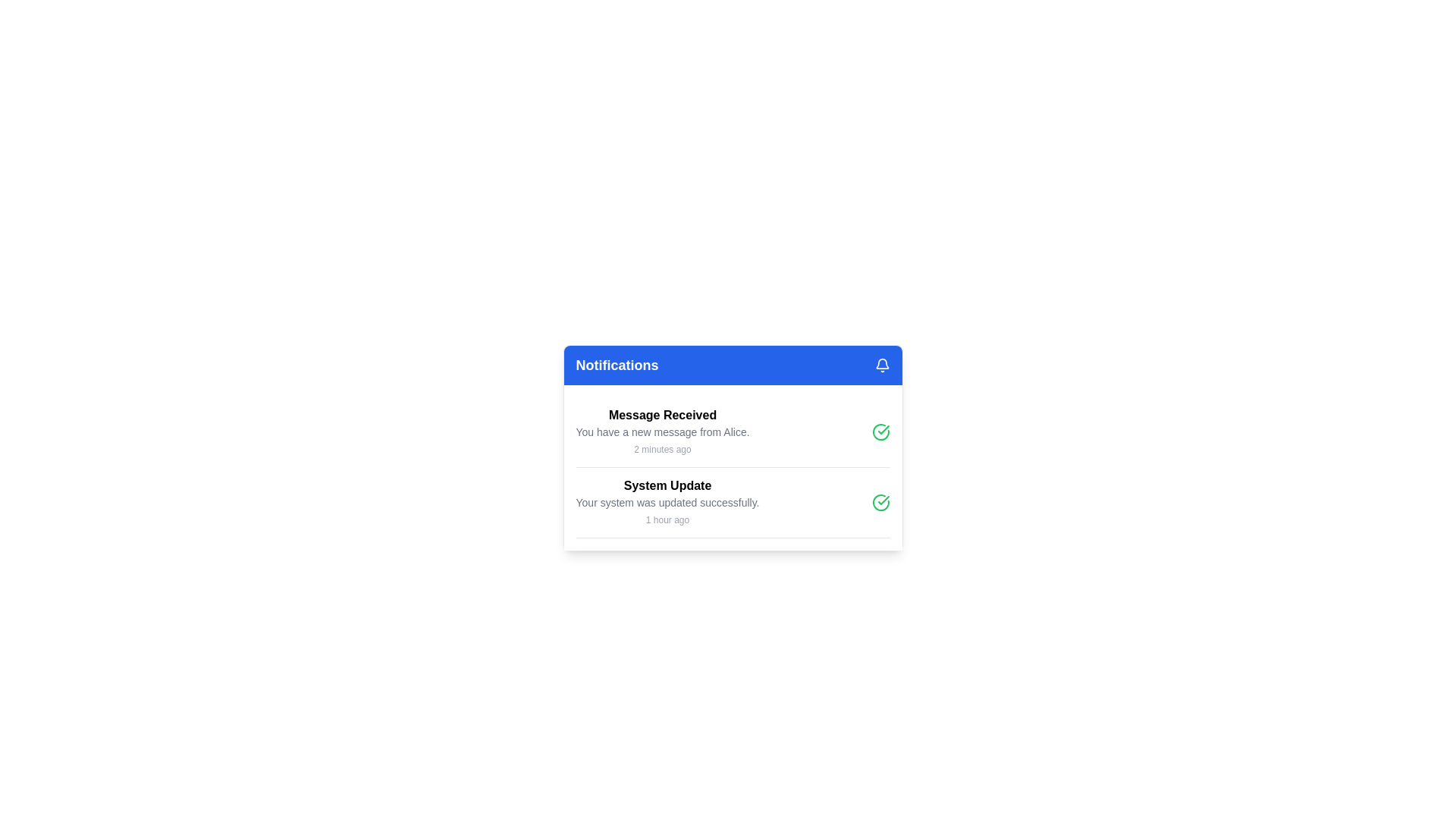  I want to click on the circular icon with a green border and a green check mark inside, which indicates completion or success, located at the right edge of the 'System Update' notification, so click(880, 503).